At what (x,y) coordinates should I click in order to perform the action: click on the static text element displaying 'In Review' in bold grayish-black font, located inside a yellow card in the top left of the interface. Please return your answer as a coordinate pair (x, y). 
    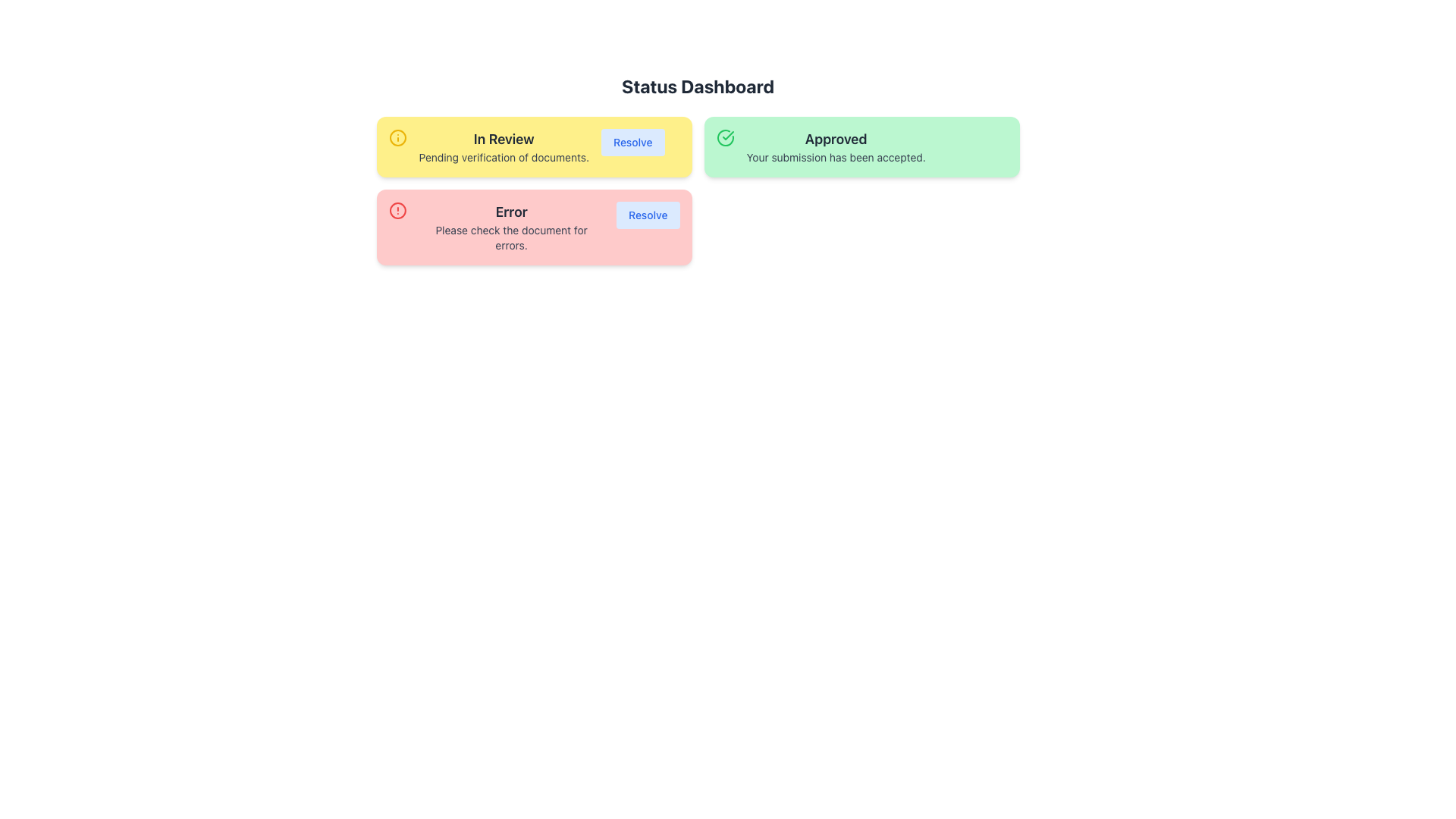
    Looking at the image, I should click on (504, 140).